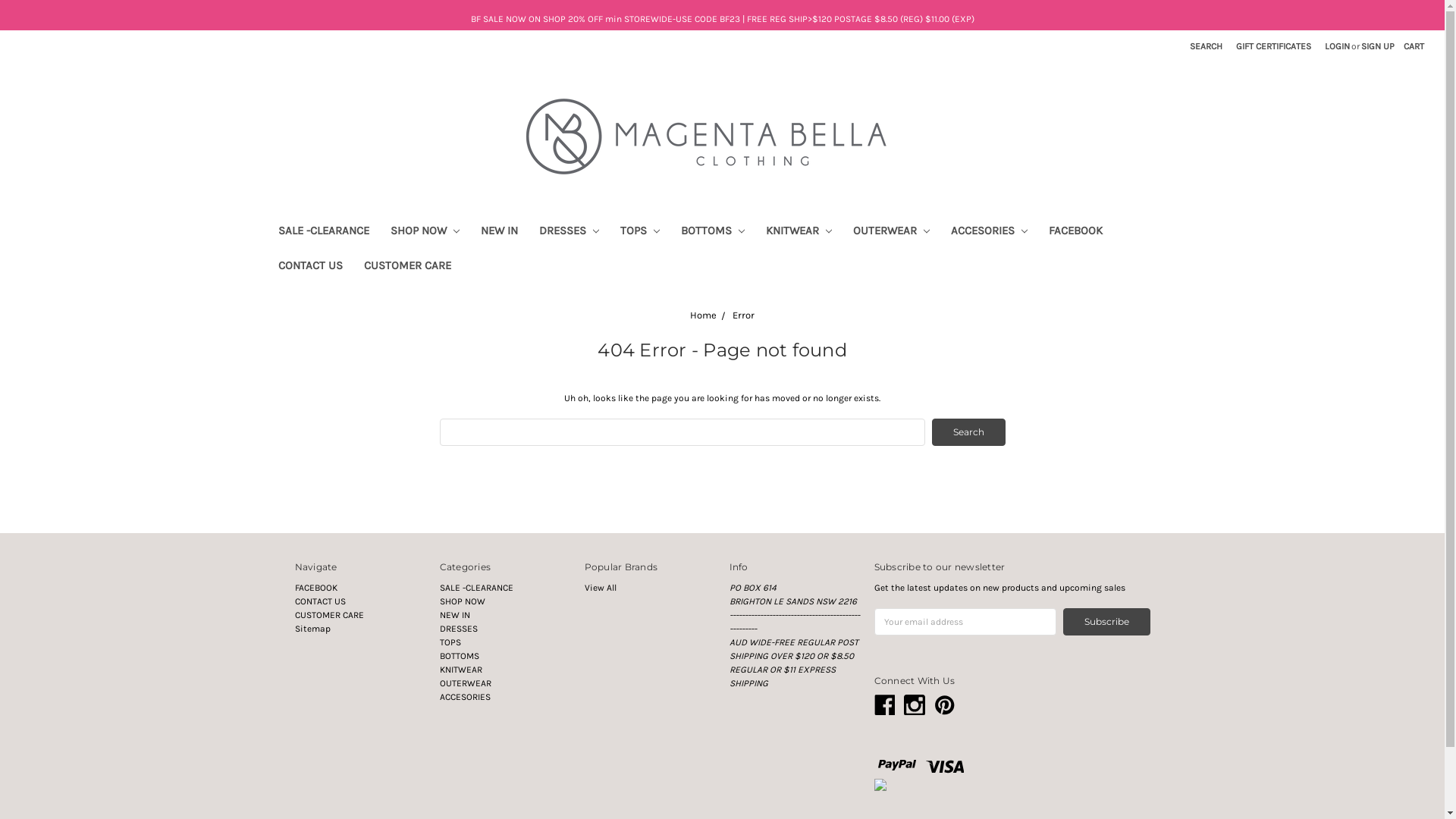  What do you see at coordinates (1106, 622) in the screenshot?
I see `'Subscribe'` at bounding box center [1106, 622].